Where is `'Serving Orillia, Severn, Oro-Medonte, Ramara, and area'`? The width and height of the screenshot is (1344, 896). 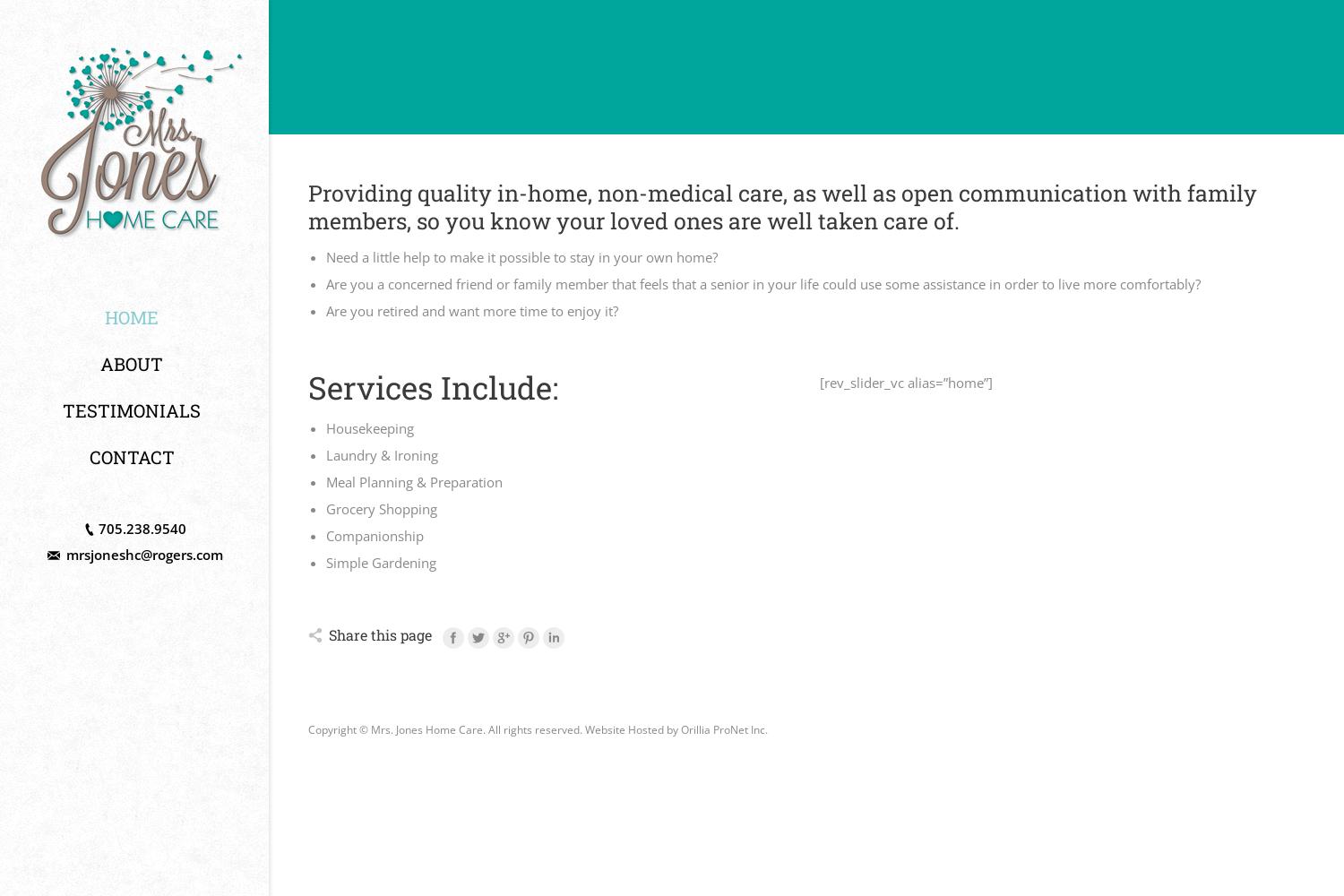 'Serving Orillia, Severn, Oro-Medonte, Ramara, and area' is located at coordinates (597, 89).